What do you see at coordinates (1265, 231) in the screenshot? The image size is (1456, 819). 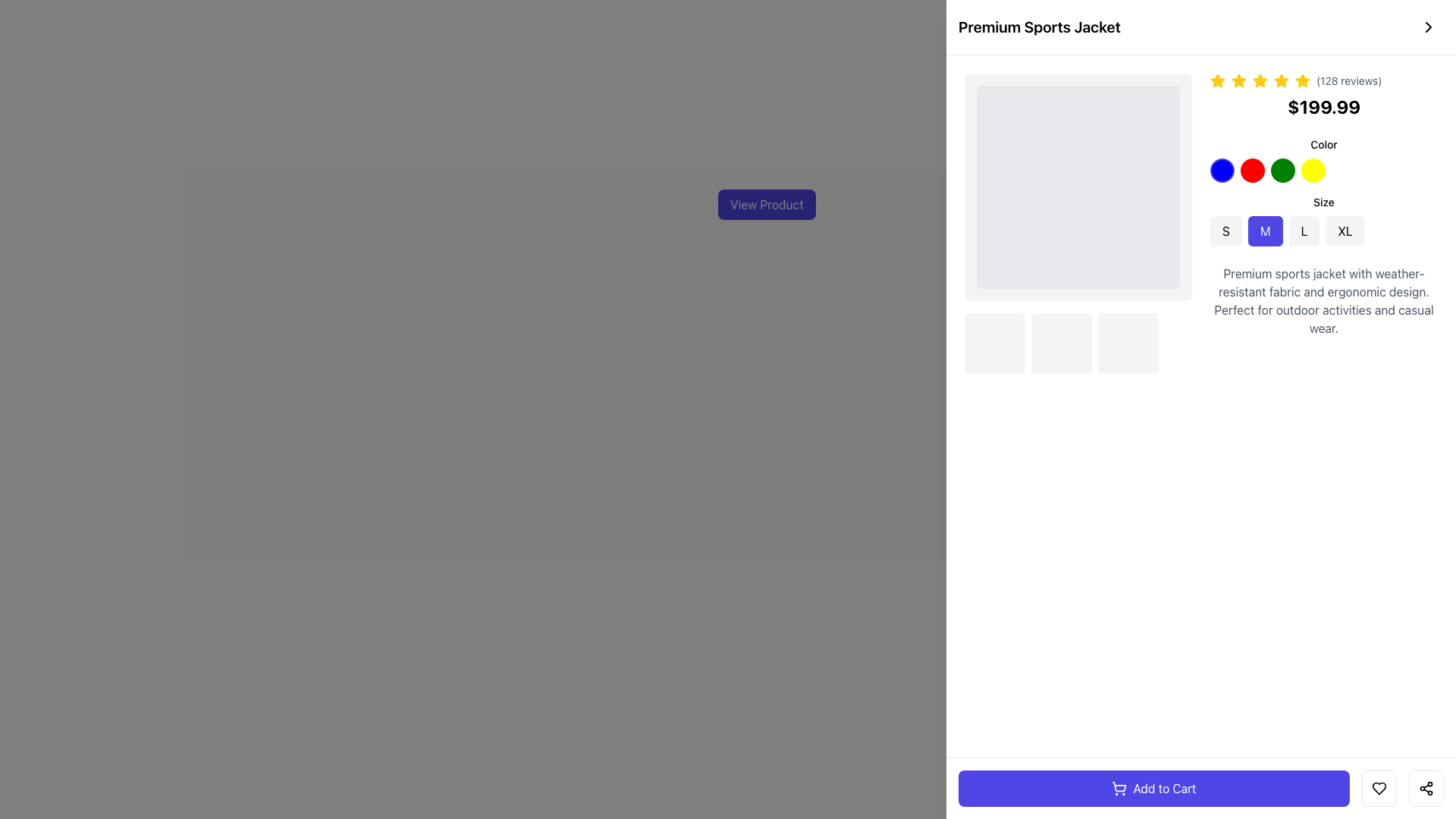 I see `the 'M' size button, which is a rectangular button with a bold white 'M' on a dark indigo background, located among a lineup of size selection options` at bounding box center [1265, 231].